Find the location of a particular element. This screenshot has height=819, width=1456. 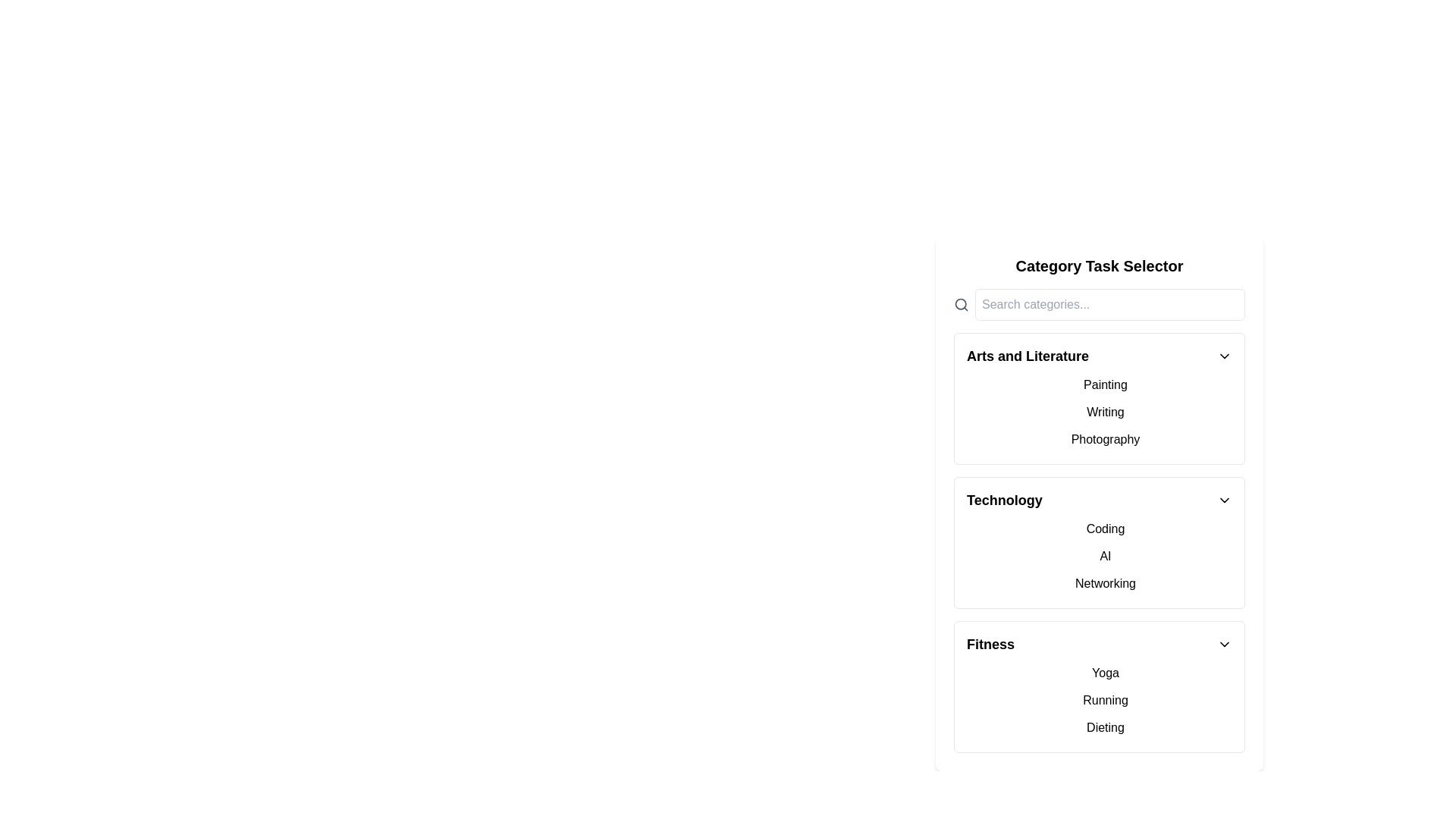

the 'Yoga' text link is located at coordinates (1106, 672).